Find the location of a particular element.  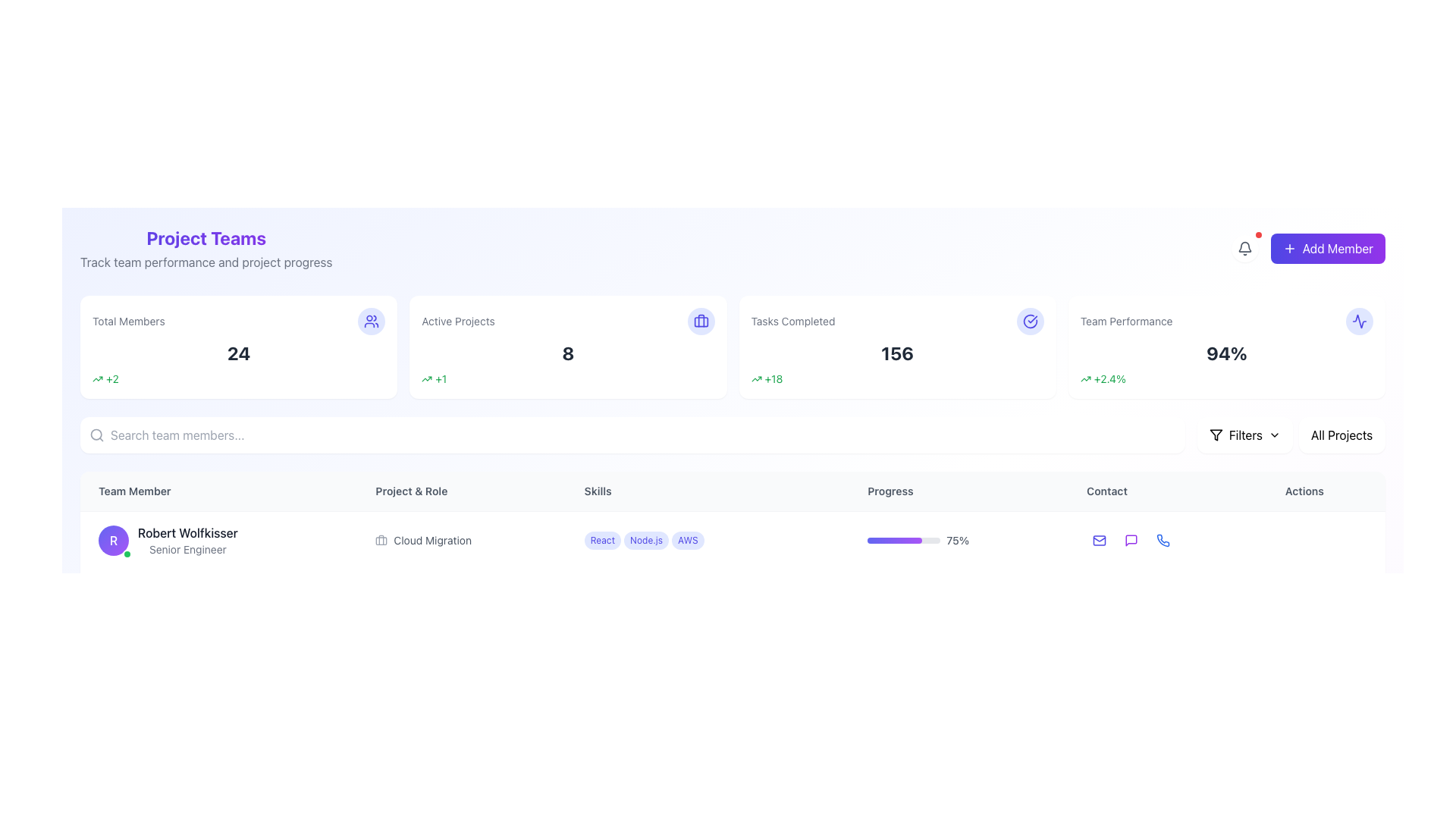

text label indicating the role or project associated with the user 'Robert Wolfkisser', positioned in the 'Project & Role' section of the table row, located to the right of the briefcase icon is located at coordinates (431, 540).